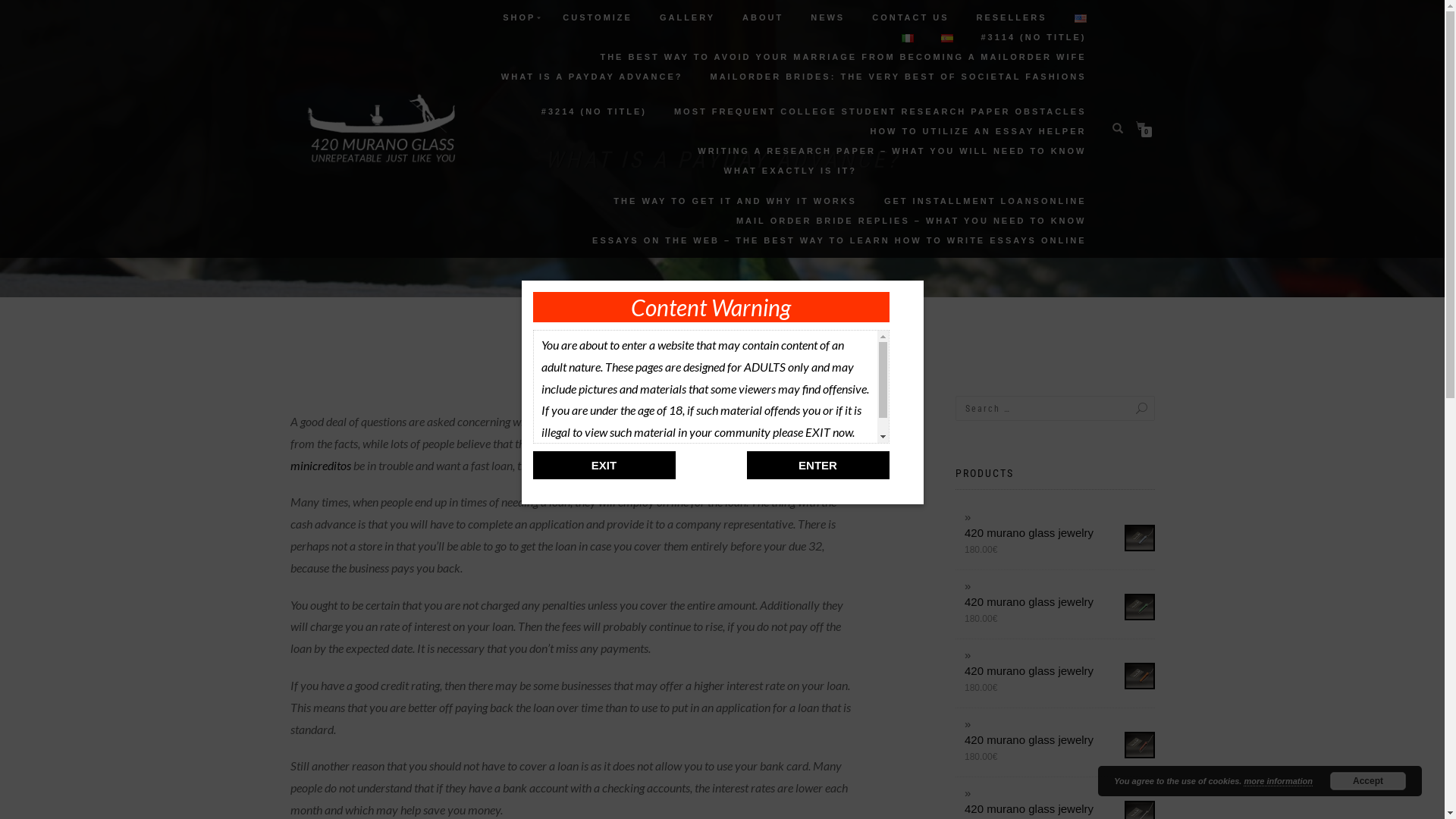 Image resolution: width=1456 pixels, height=819 pixels. I want to click on 'CONTACT US', so click(910, 17).